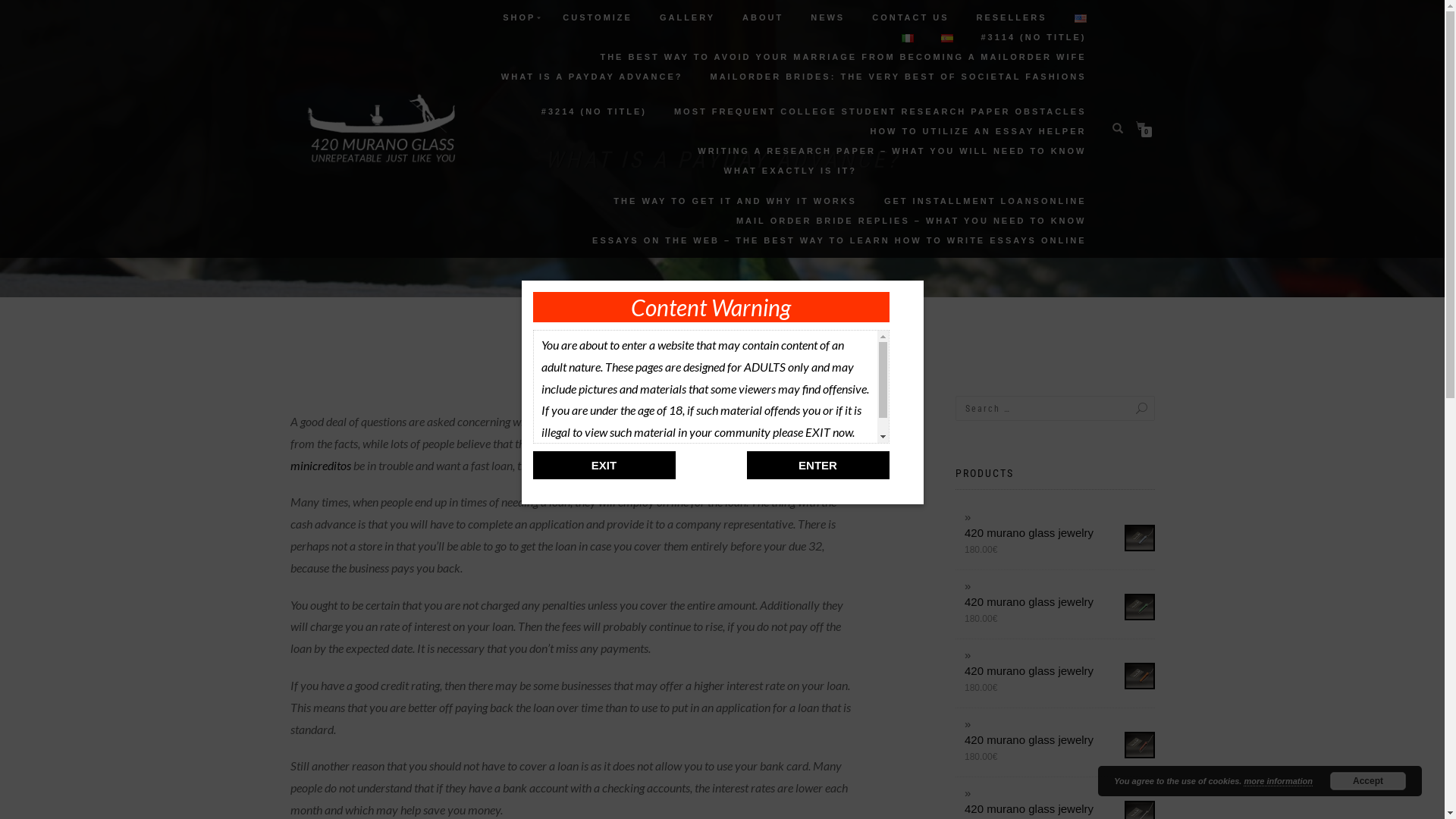 Image resolution: width=1456 pixels, height=819 pixels. I want to click on 'CONTACT US', so click(910, 17).